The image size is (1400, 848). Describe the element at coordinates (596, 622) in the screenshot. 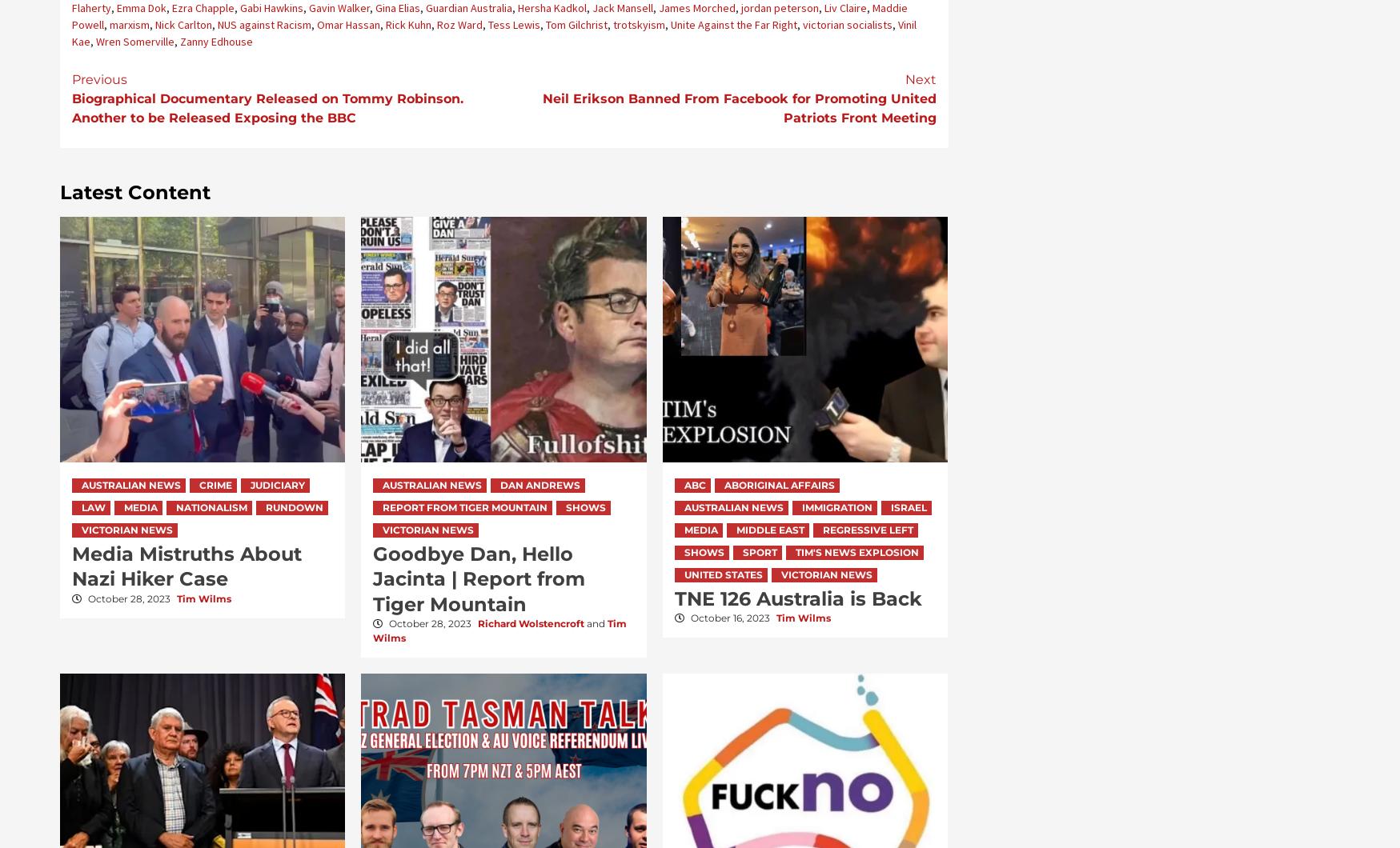

I see `'and'` at that location.